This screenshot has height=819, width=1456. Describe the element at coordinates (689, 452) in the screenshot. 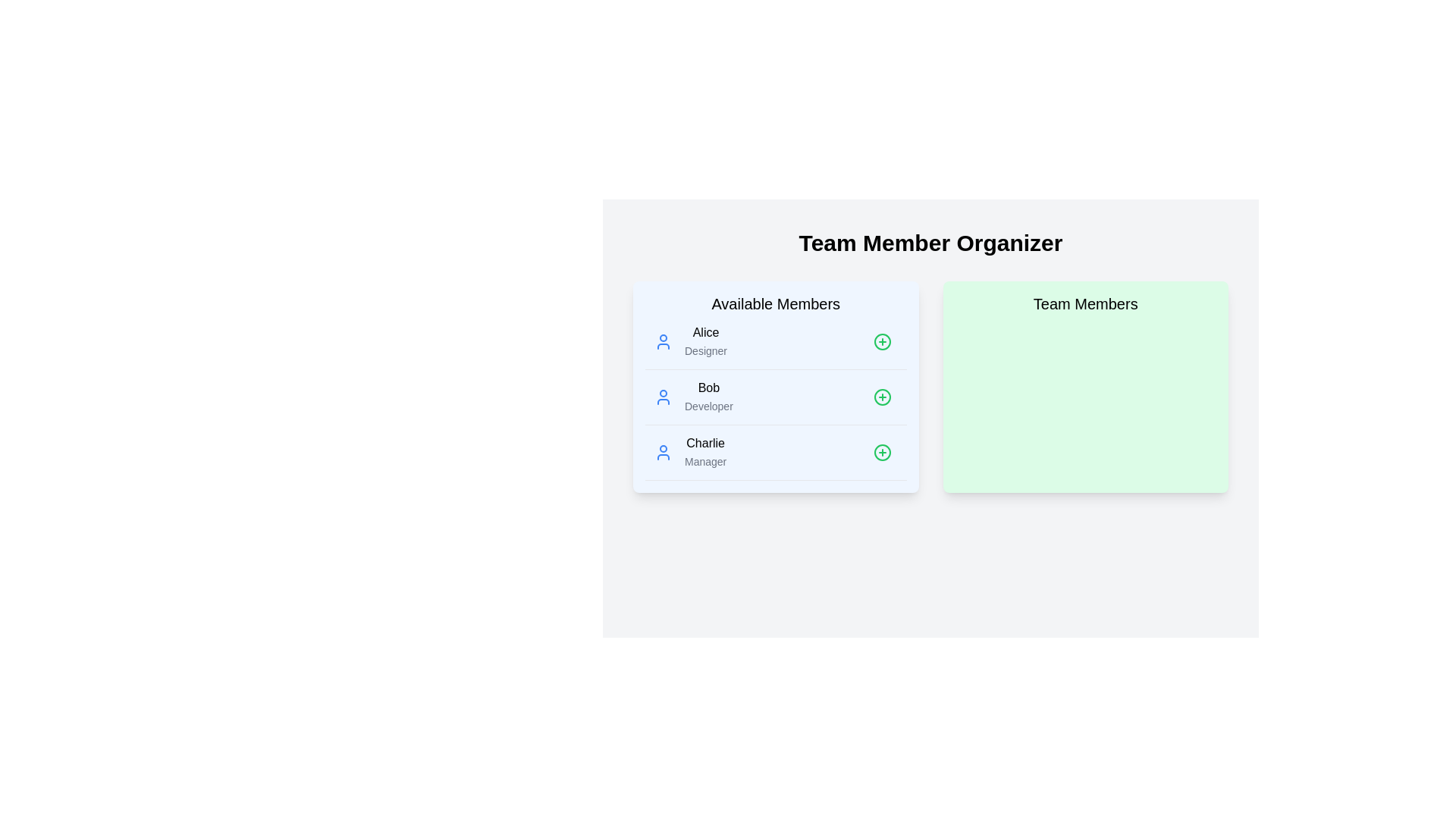

I see `the user profile display element for 'Charlie', labelled as 'Manager', located in the 'Available Members' section` at that location.